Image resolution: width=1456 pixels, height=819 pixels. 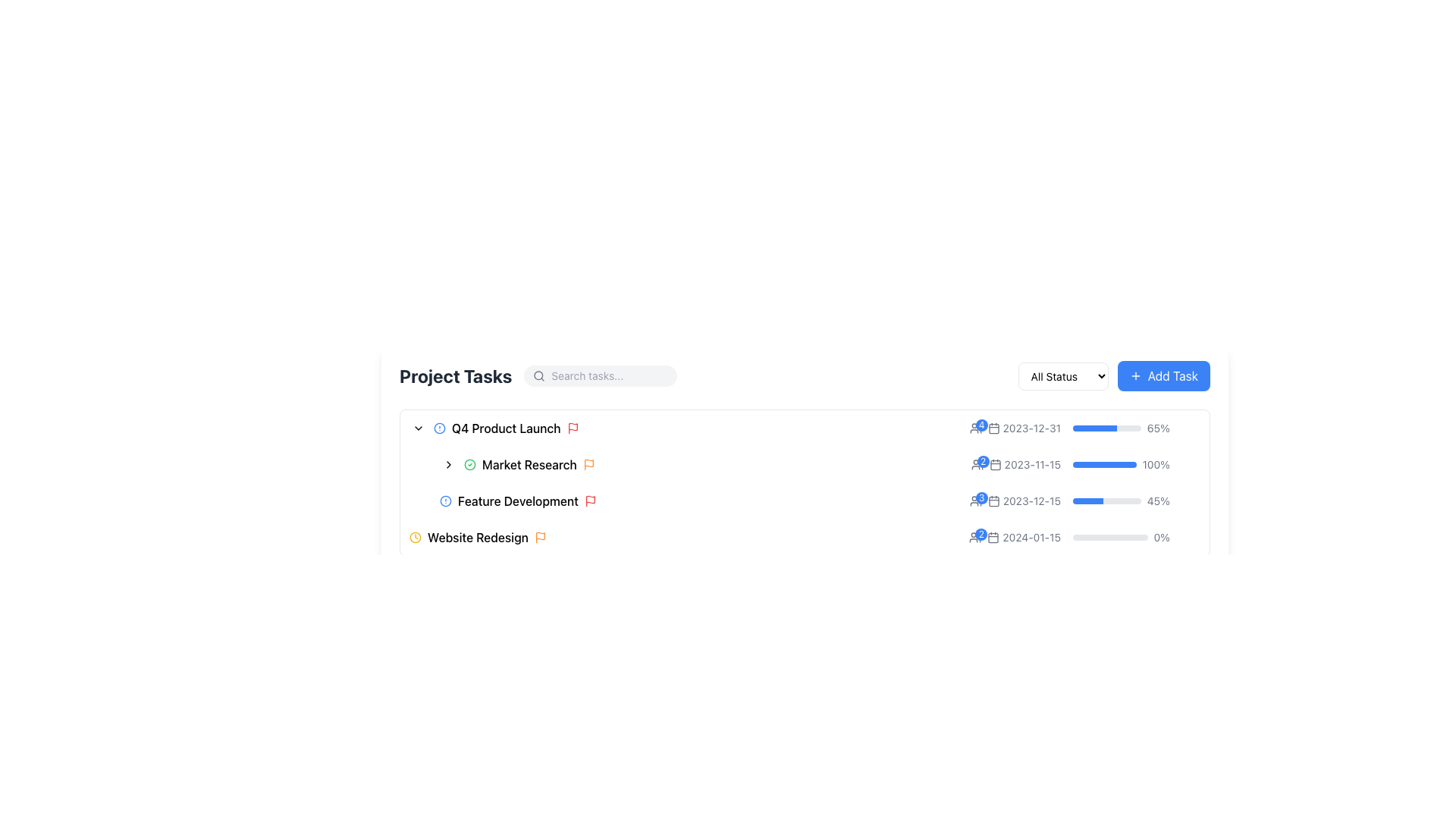 I want to click on the static text label displaying '65%' which is aligned to the right side of a progress bar, located in the top-right corner of the first task row within the Project Tasks list layout, so click(x=1157, y=428).